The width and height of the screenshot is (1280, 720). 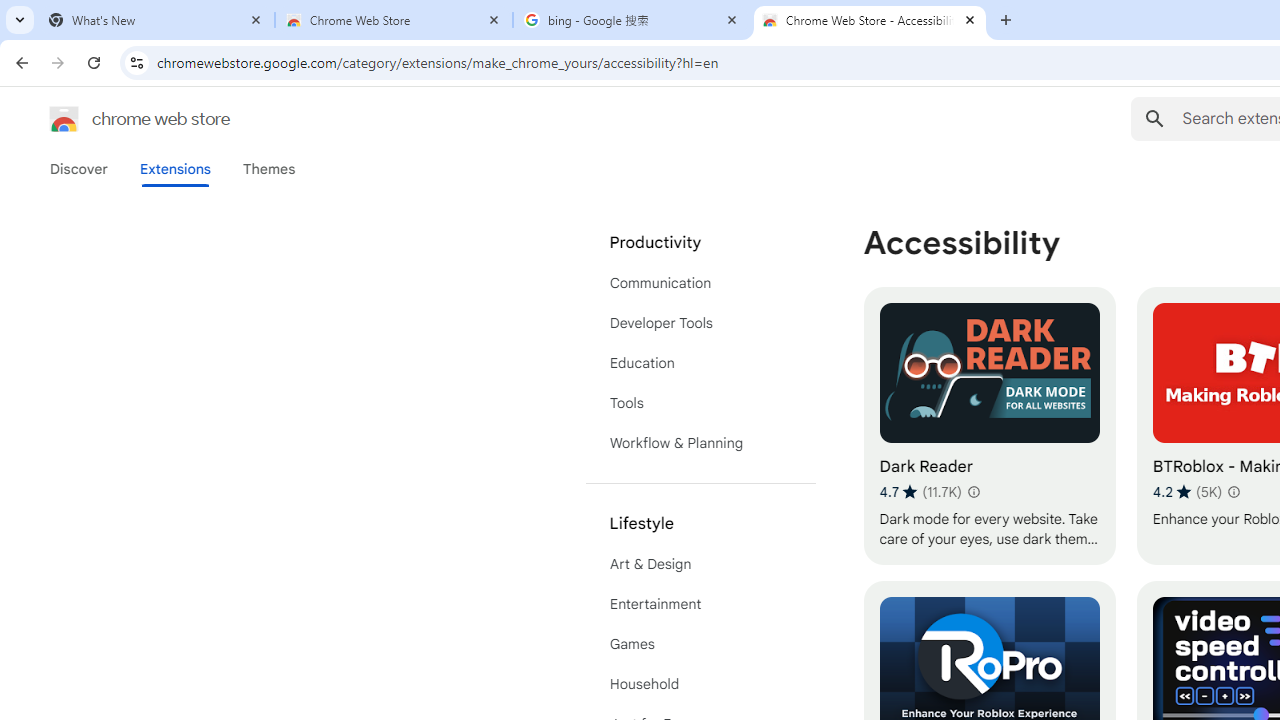 What do you see at coordinates (19, 61) in the screenshot?
I see `'Back'` at bounding box center [19, 61].